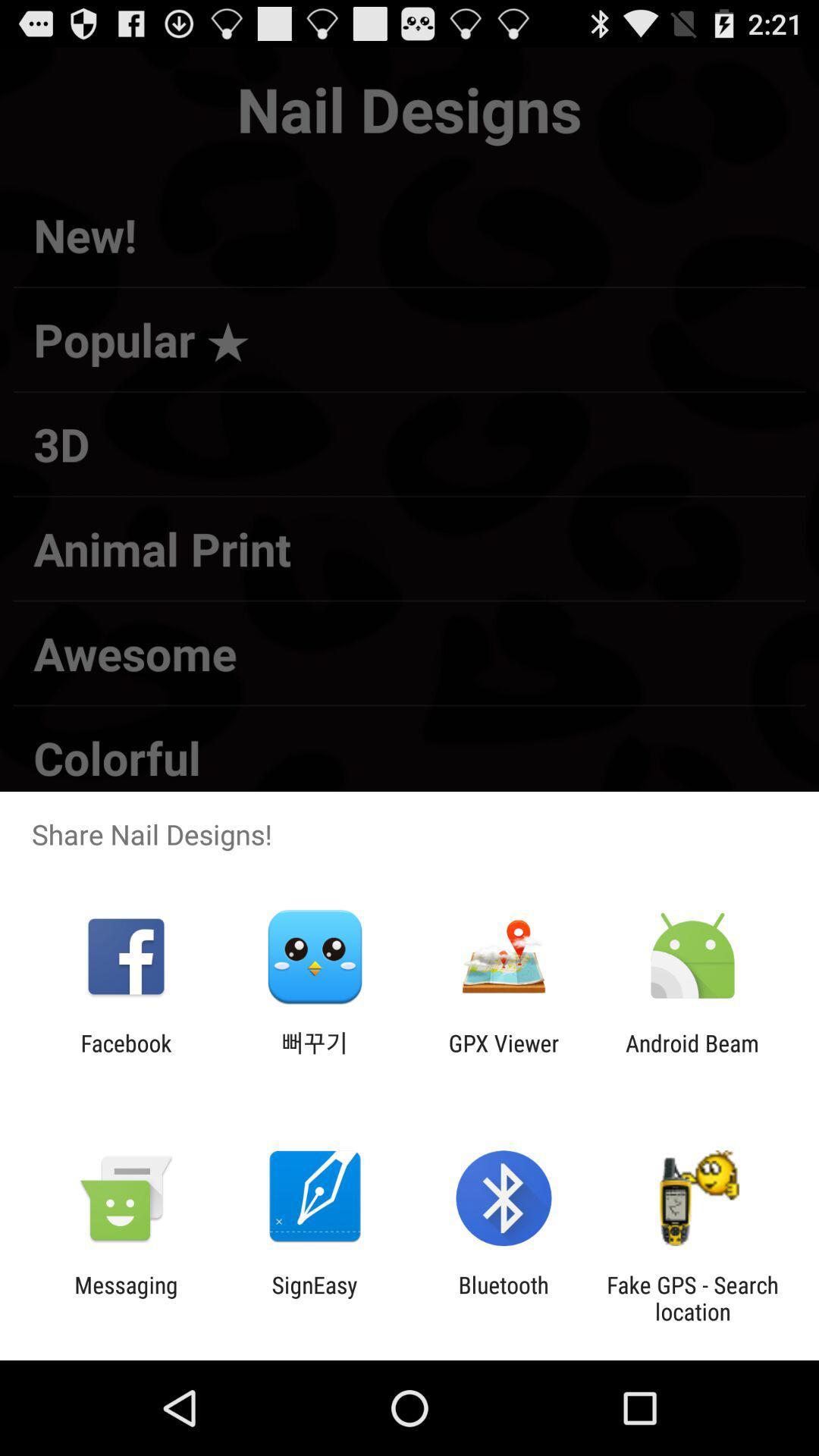 The width and height of the screenshot is (819, 1456). I want to click on the bluetooth icon, so click(504, 1298).